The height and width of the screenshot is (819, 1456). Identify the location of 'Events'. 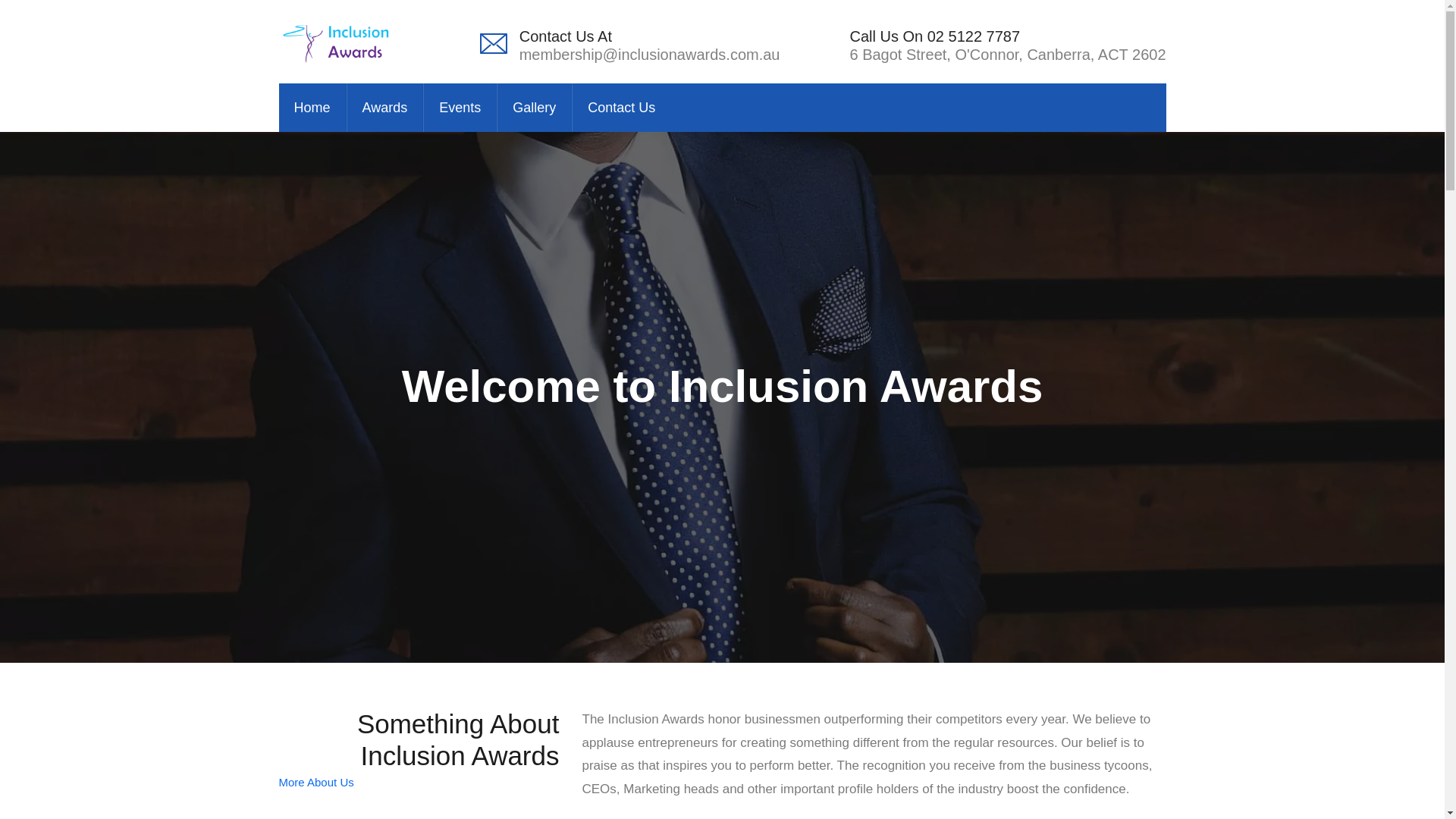
(459, 107).